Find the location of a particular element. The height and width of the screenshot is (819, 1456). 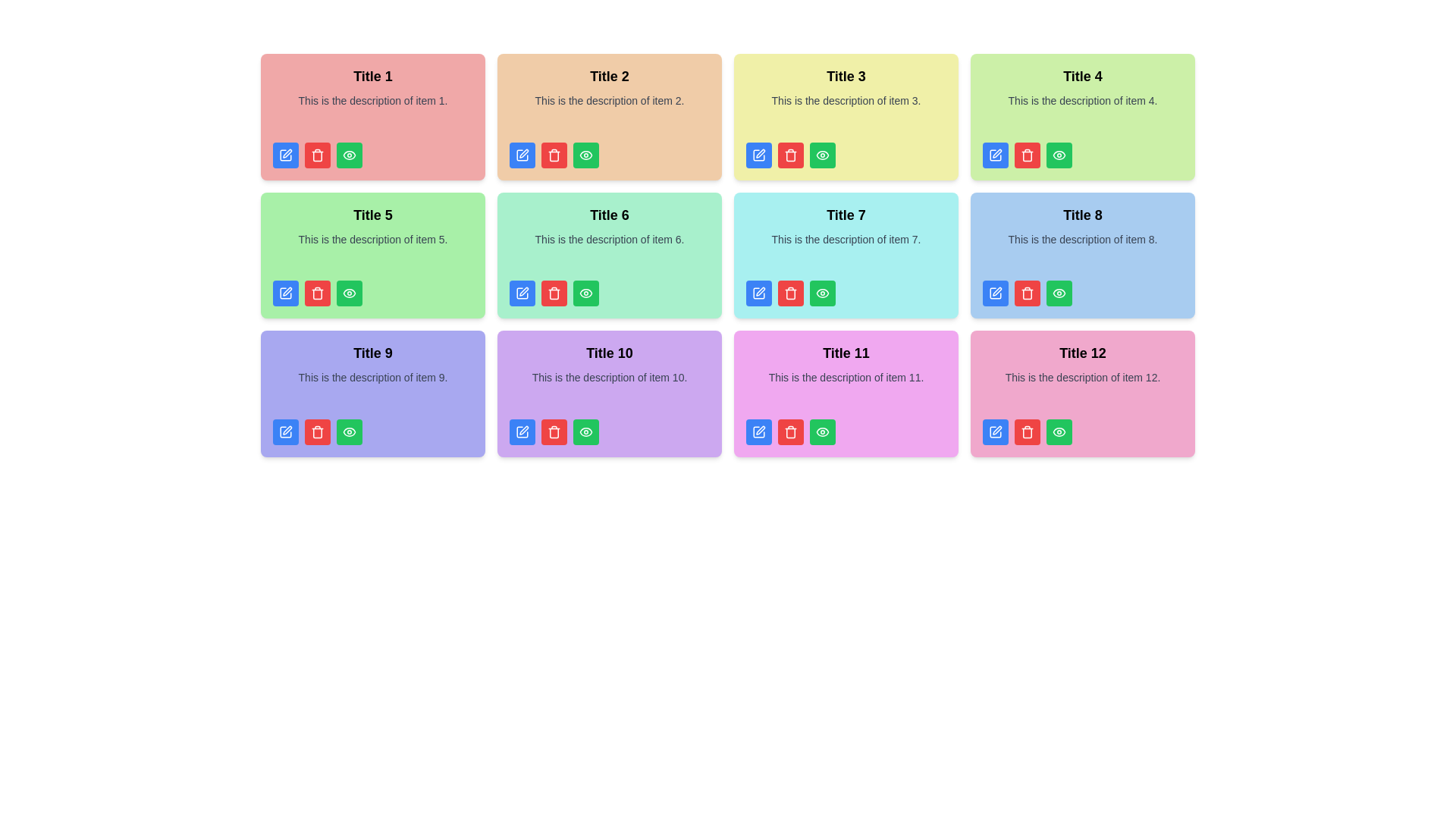

the pen icon located as the first button is located at coordinates (524, 430).